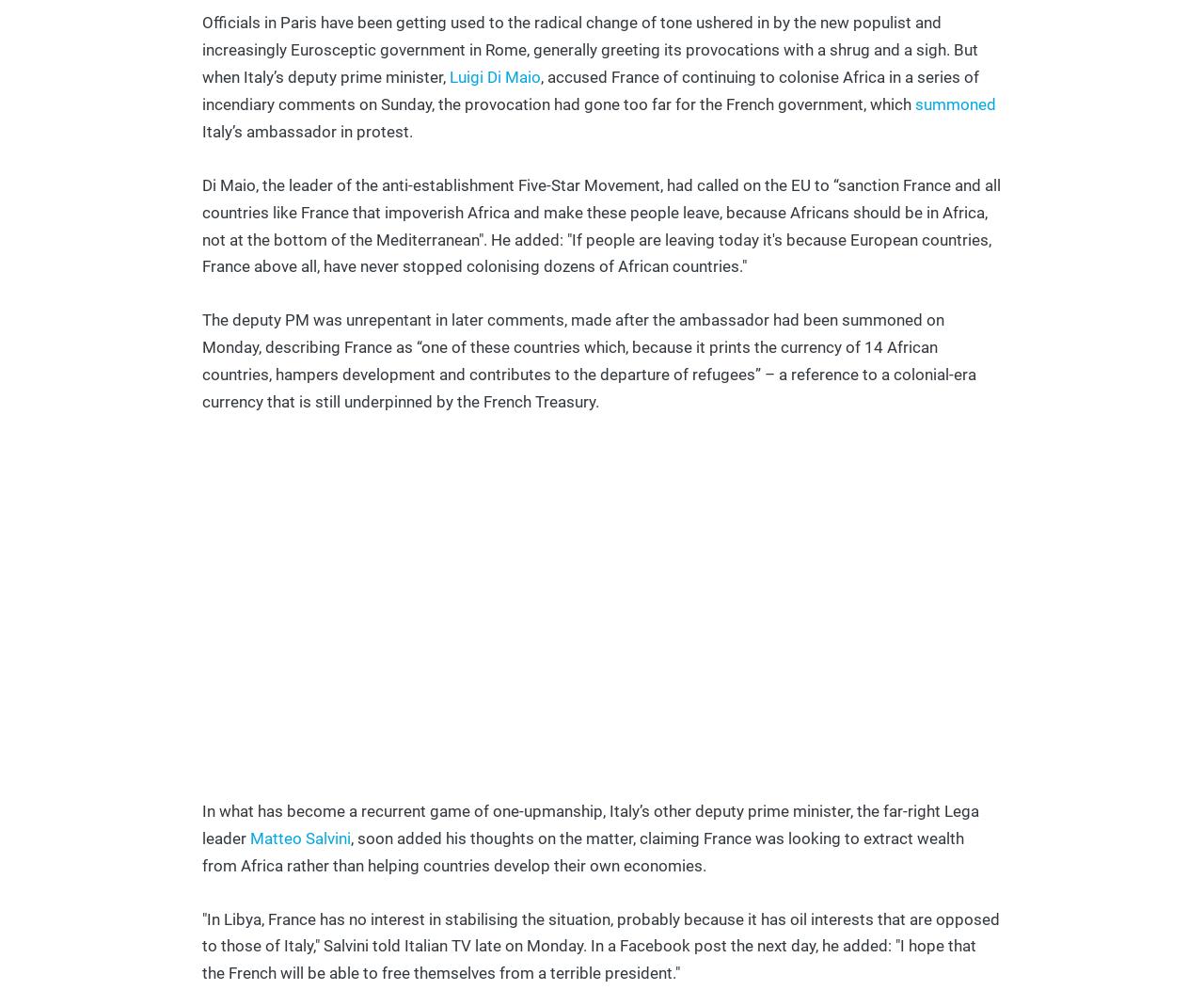  I want to click on 'Italy’s ambassador in protest.', so click(202, 130).